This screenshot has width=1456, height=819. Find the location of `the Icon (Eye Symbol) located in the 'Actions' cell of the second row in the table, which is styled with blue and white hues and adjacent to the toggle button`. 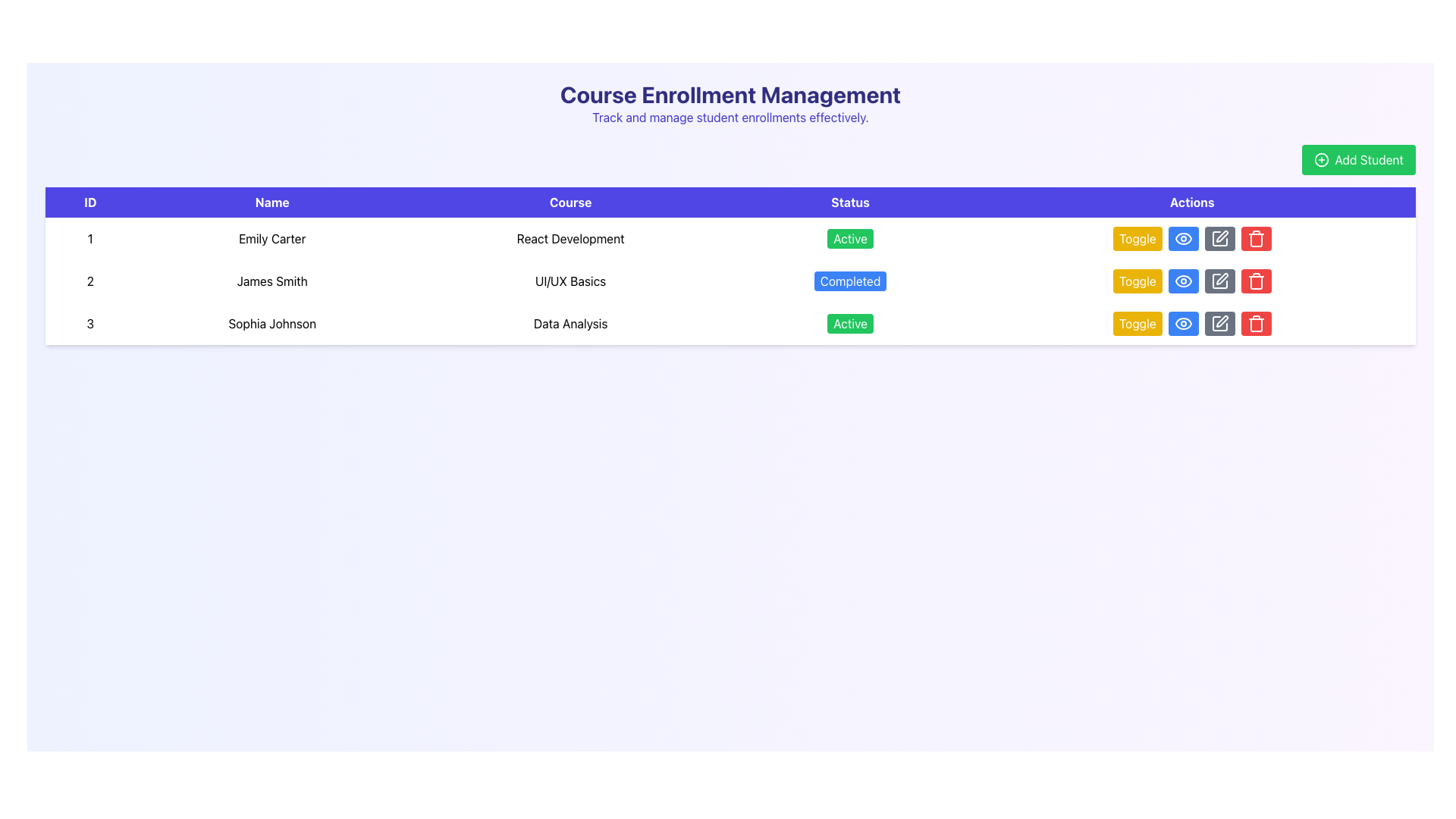

the Icon (Eye Symbol) located in the 'Actions' cell of the second row in the table, which is styled with blue and white hues and adjacent to the toggle button is located at coordinates (1182, 281).